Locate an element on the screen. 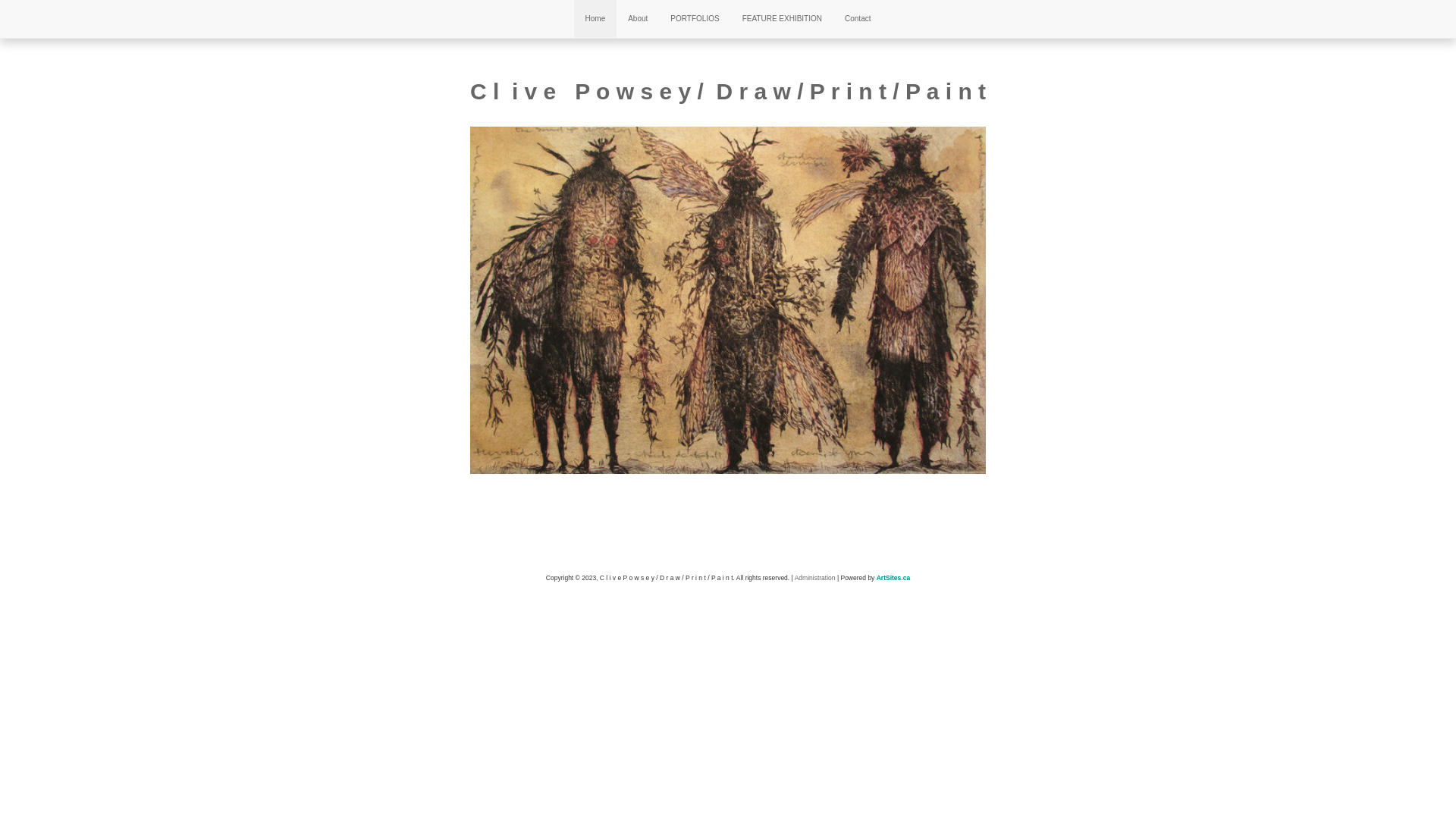  'Administration' is located at coordinates (814, 578).